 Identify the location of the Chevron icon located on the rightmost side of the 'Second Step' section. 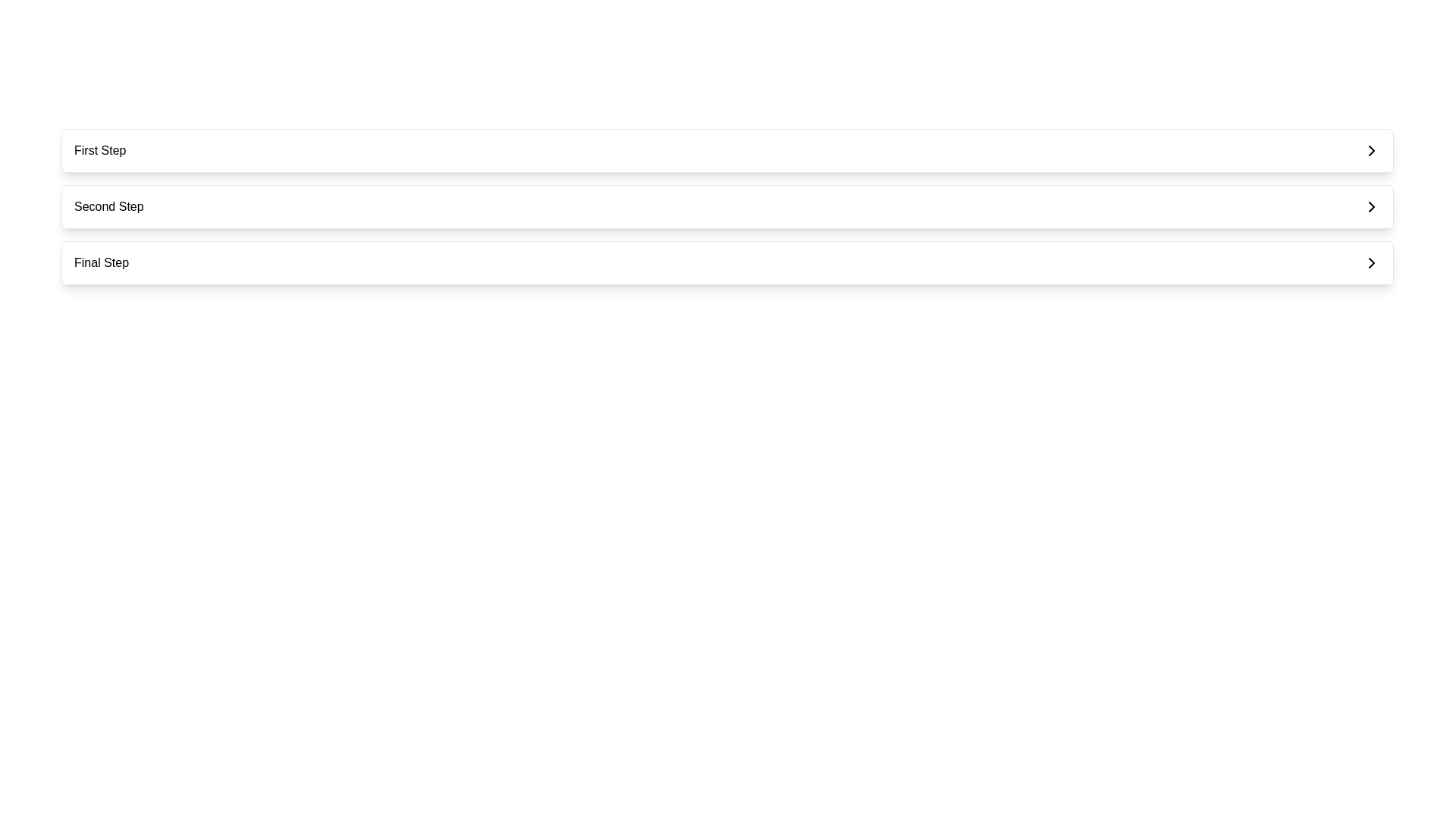
(1372, 207).